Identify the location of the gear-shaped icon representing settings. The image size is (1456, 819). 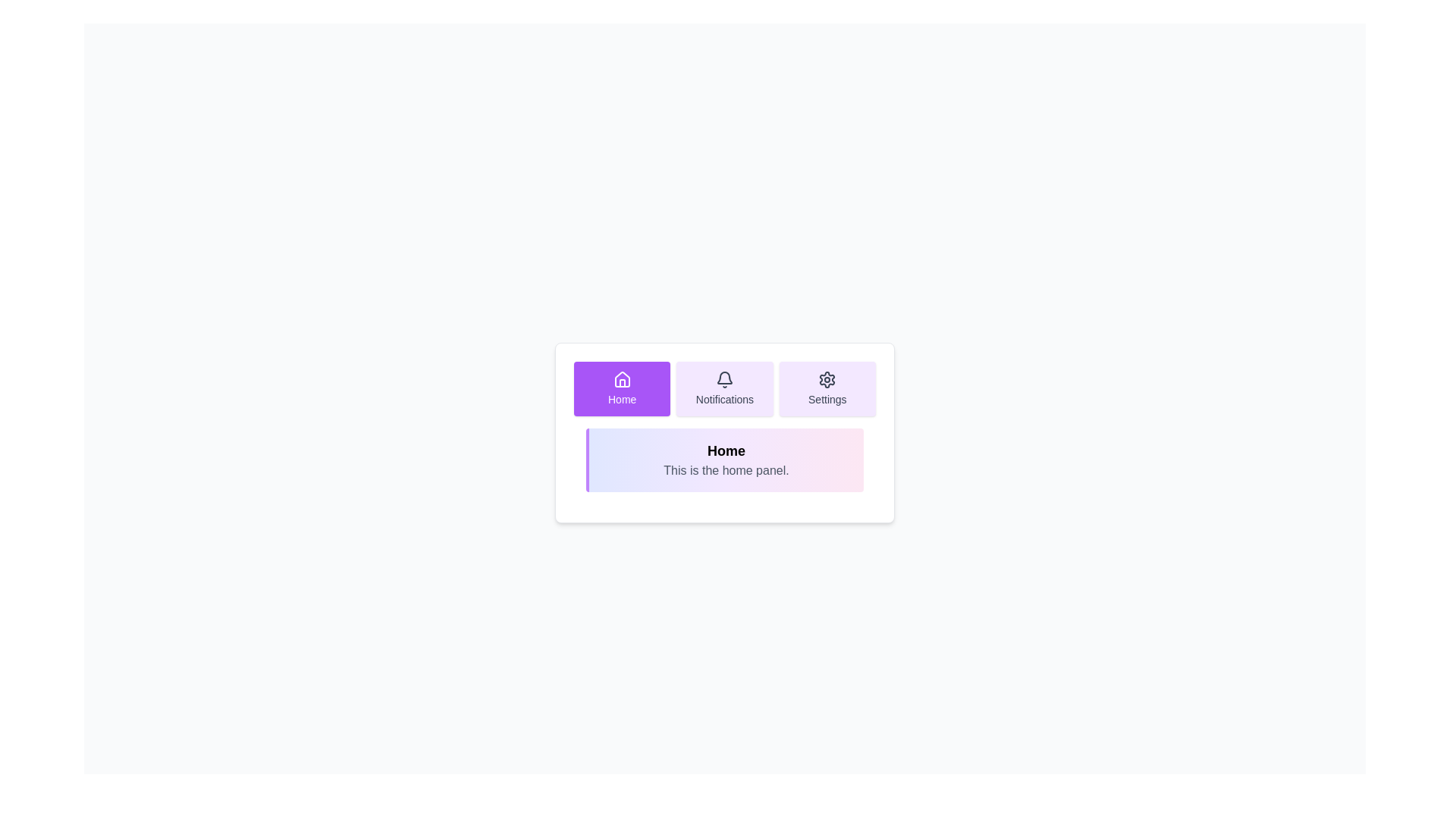
(827, 379).